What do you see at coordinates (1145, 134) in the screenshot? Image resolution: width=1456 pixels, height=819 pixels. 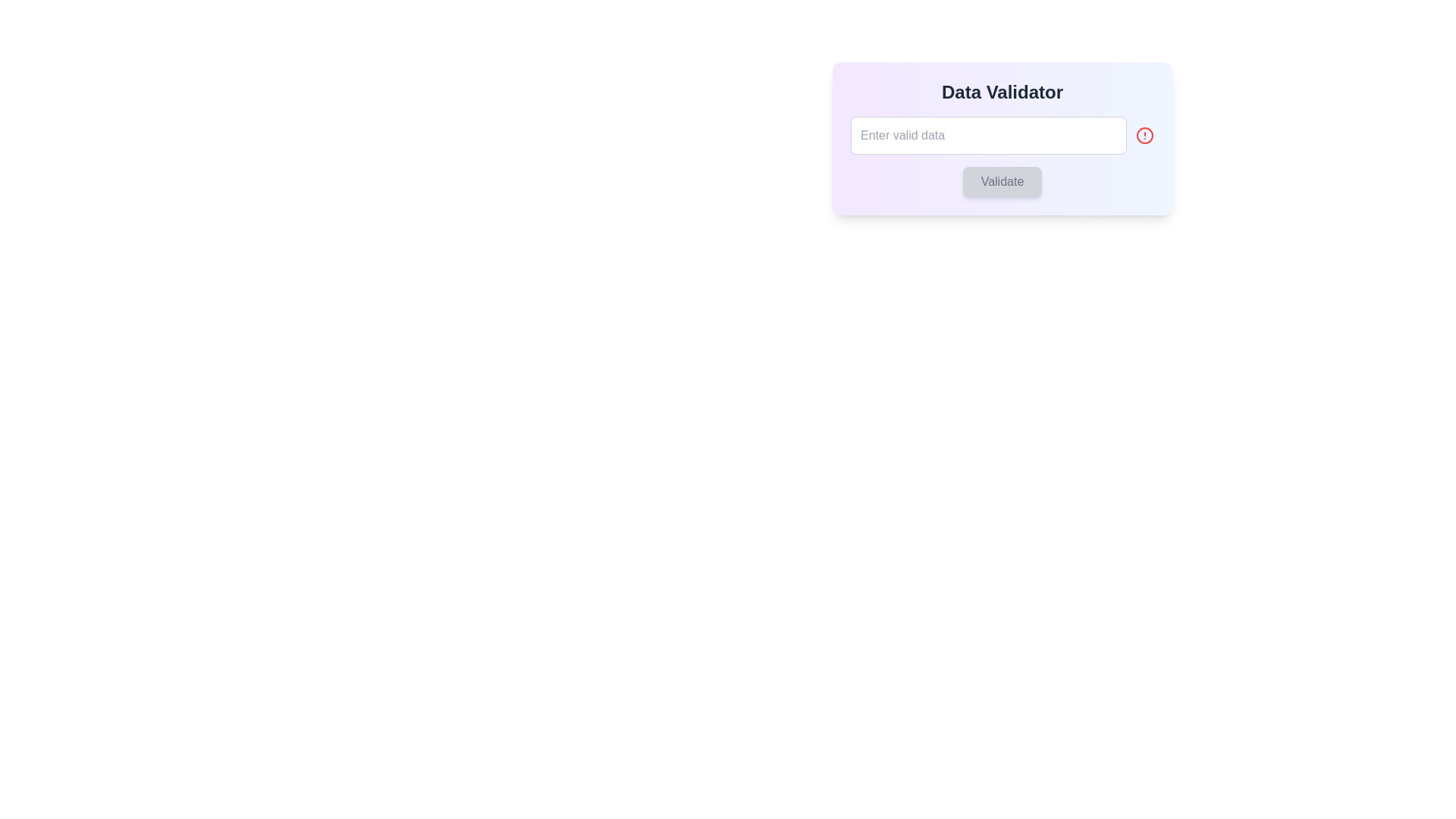 I see `the red circular alert icon located within the 'Data Validator' input field, which indicates an error or alert` at bounding box center [1145, 134].